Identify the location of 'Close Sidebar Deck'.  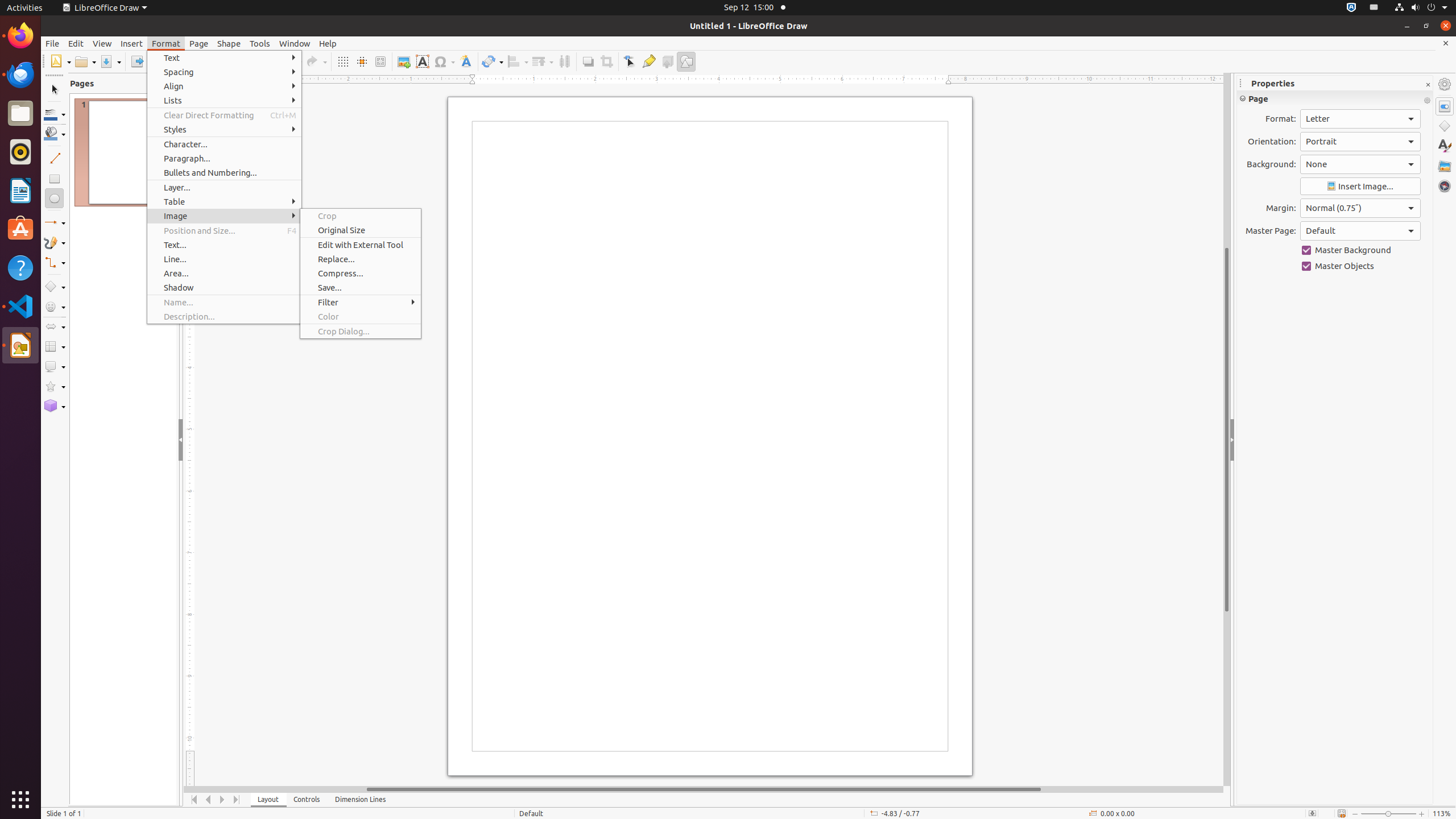
(1428, 85).